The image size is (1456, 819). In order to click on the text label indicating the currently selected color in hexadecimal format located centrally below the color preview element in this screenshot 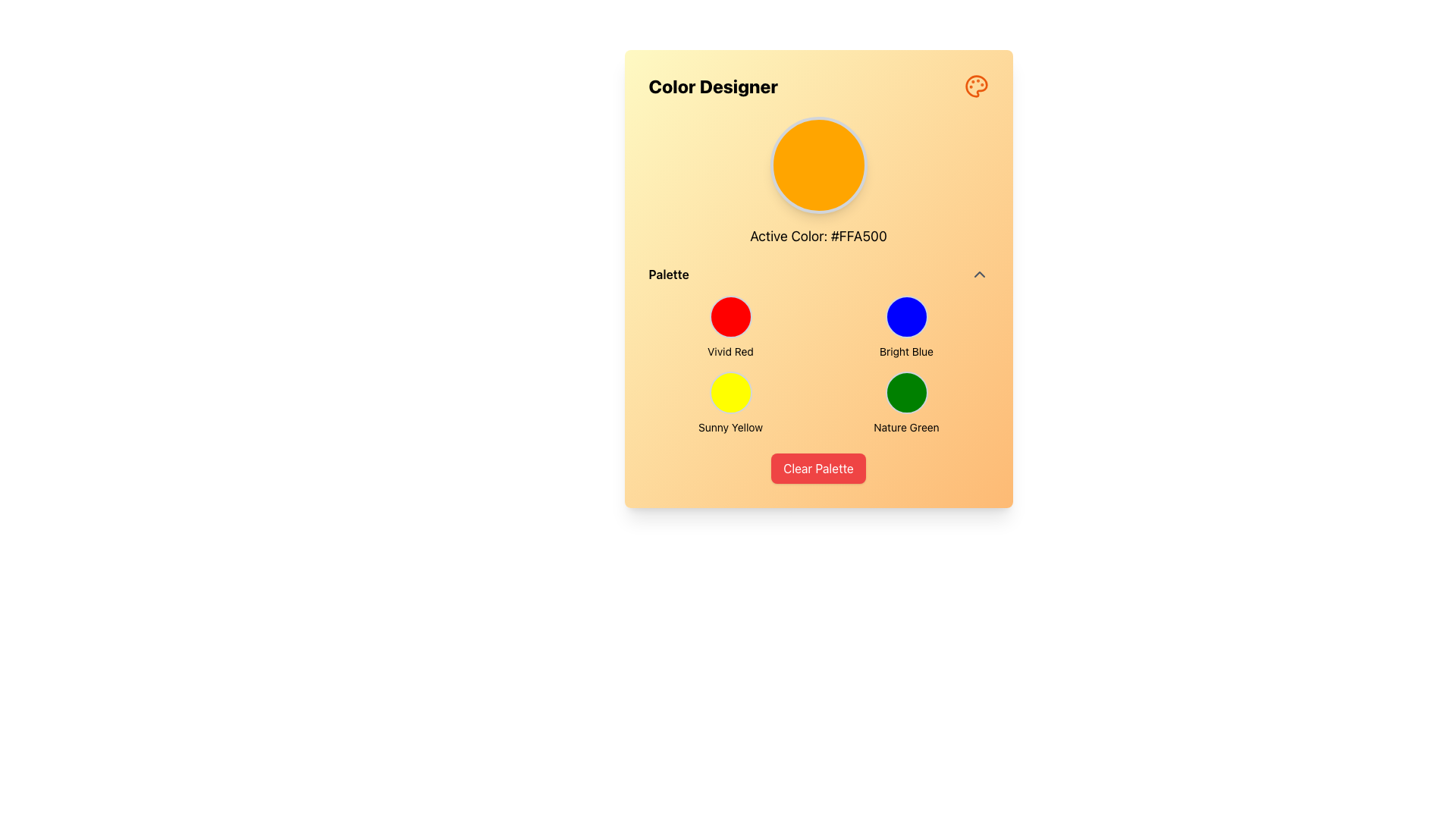, I will do `click(817, 237)`.